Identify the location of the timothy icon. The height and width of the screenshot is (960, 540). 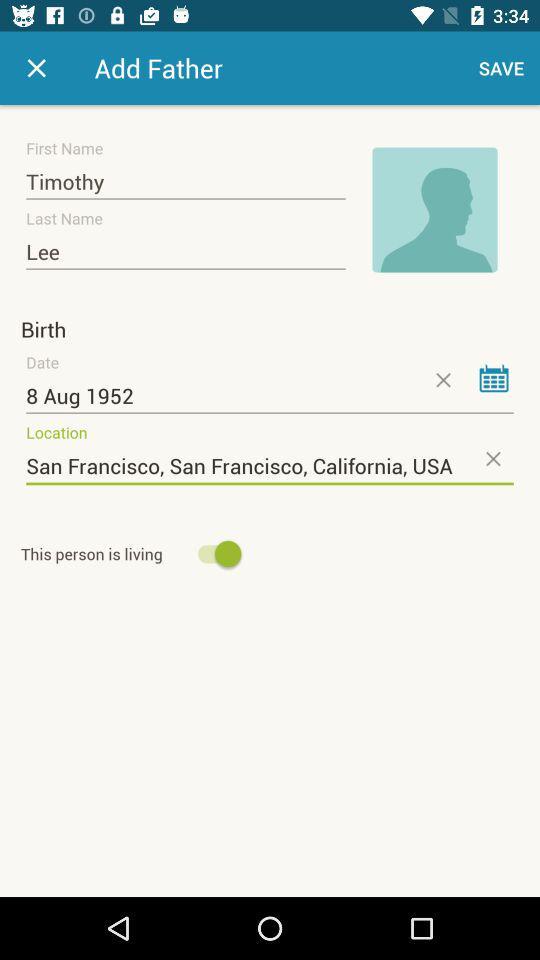
(185, 182).